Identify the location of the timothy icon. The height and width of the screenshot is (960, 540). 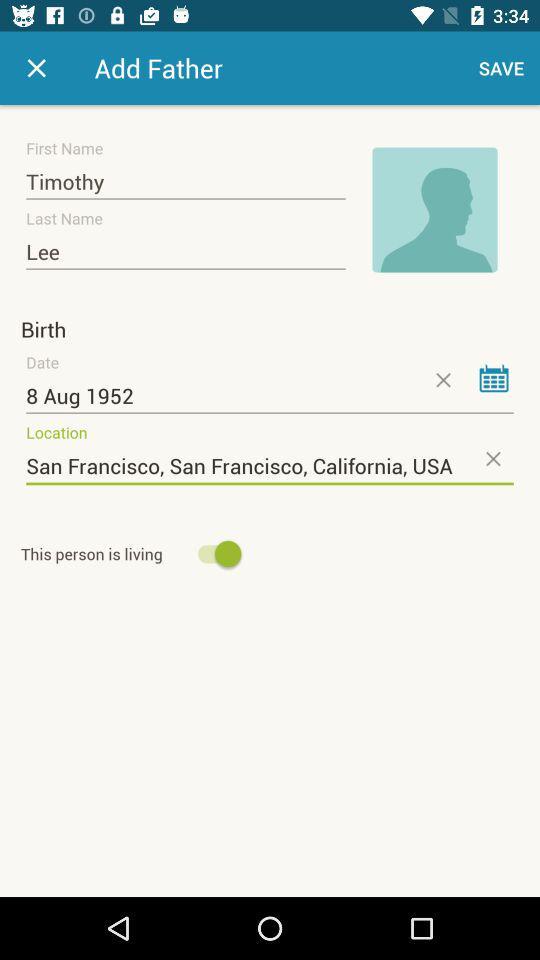
(185, 182).